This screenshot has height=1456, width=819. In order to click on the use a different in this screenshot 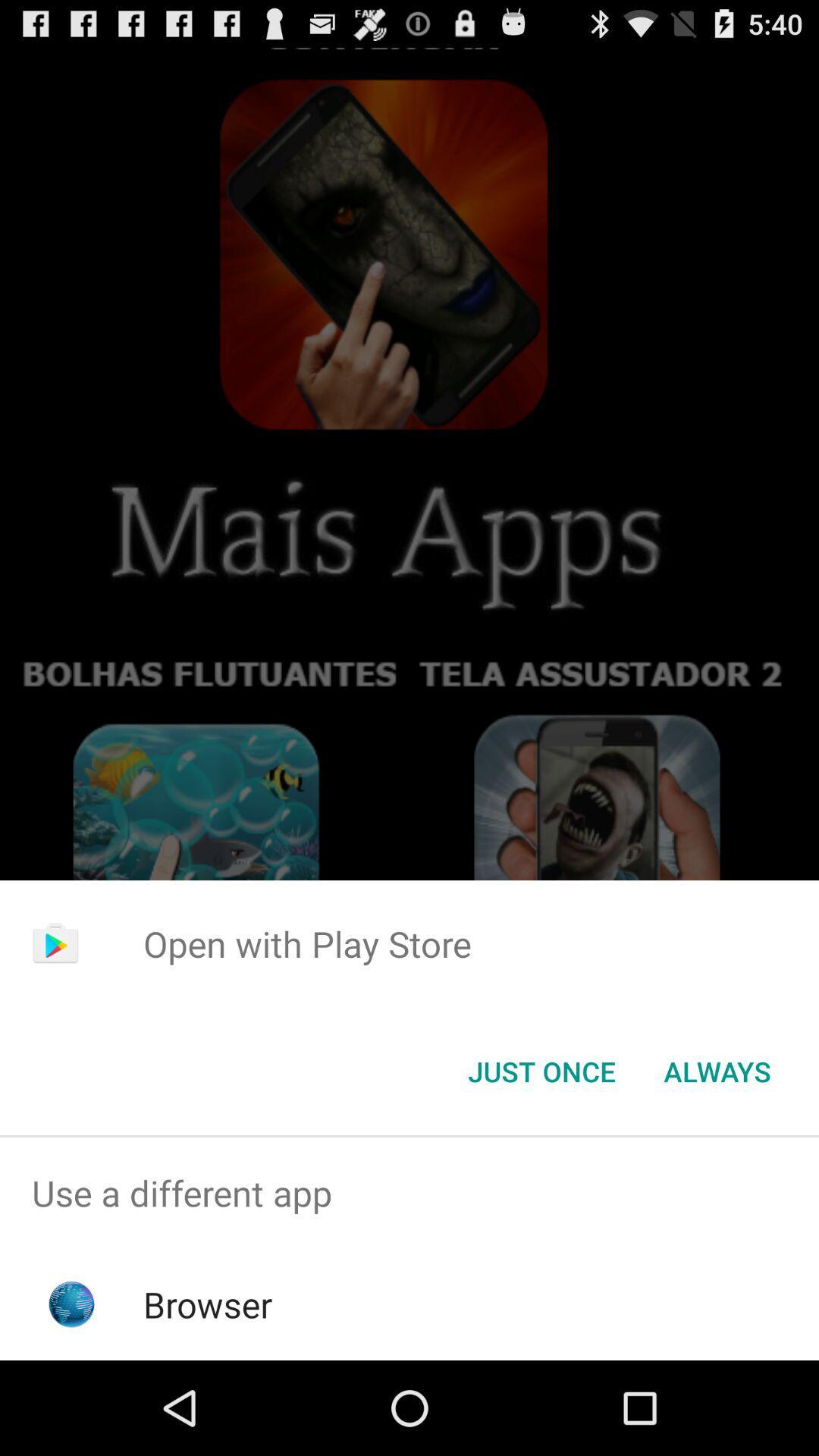, I will do `click(409, 1192)`.